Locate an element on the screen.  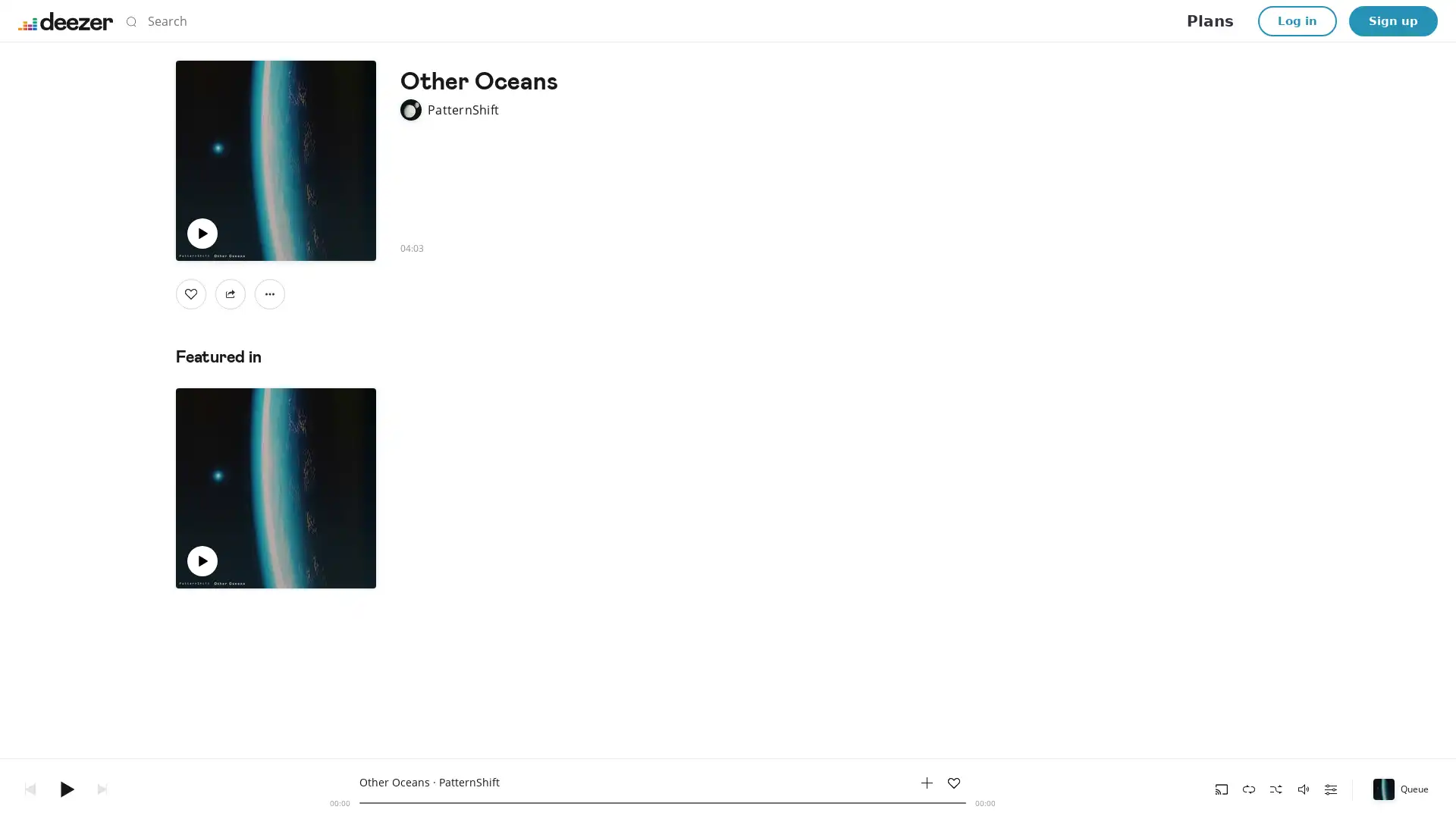
Chromecast is located at coordinates (1222, 788).